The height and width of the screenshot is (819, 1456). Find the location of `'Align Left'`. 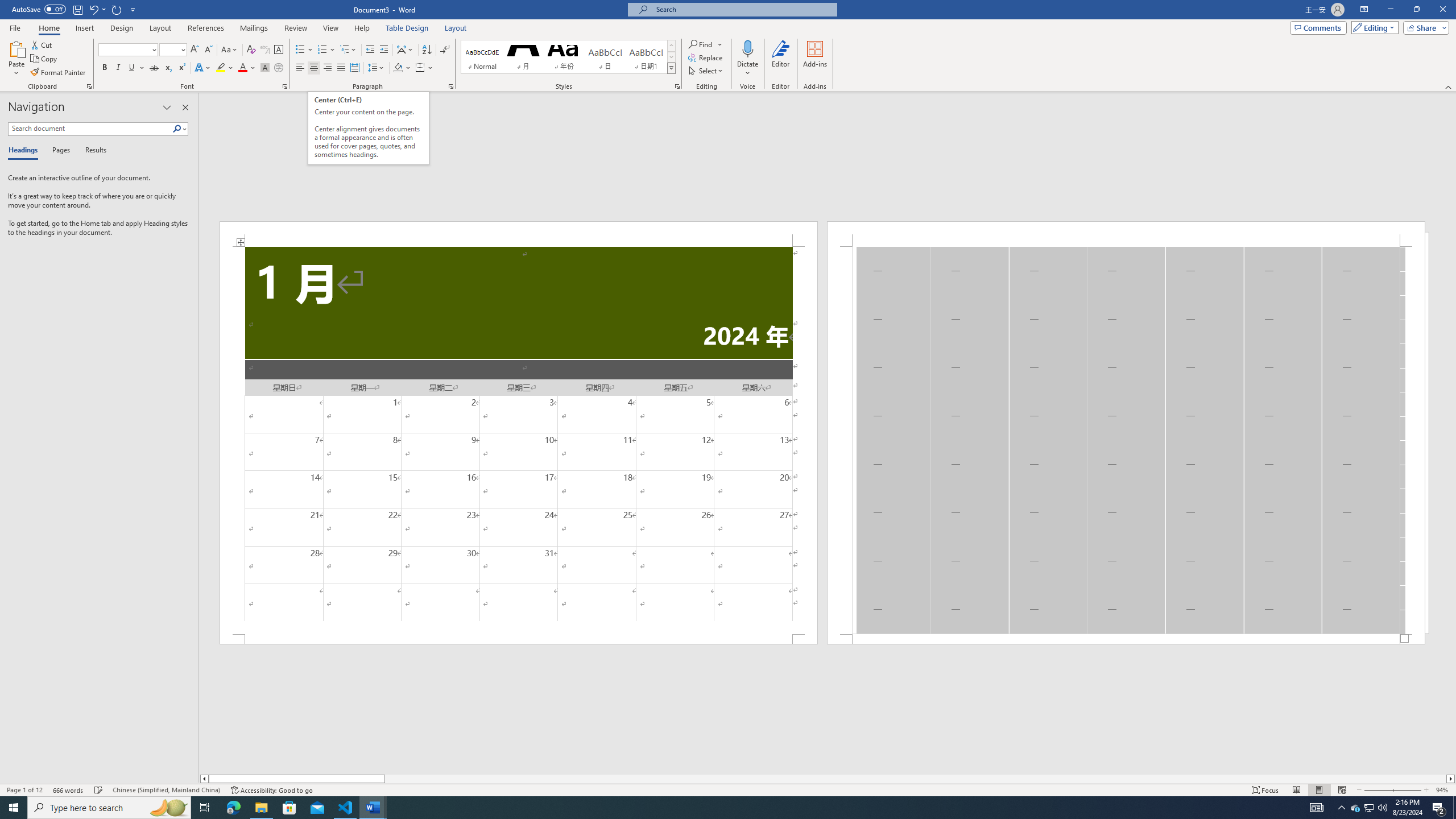

'Align Left' is located at coordinates (300, 67).